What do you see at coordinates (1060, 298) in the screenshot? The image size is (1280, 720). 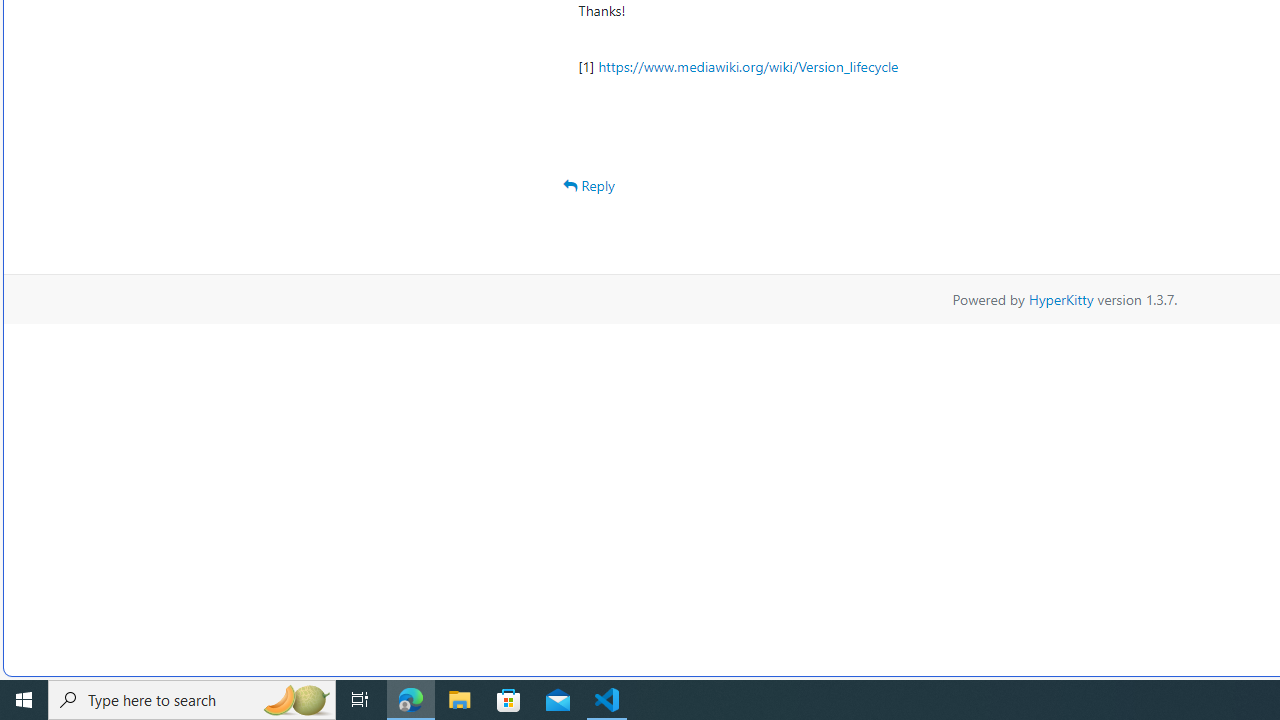 I see `'HyperKitty'` at bounding box center [1060, 298].